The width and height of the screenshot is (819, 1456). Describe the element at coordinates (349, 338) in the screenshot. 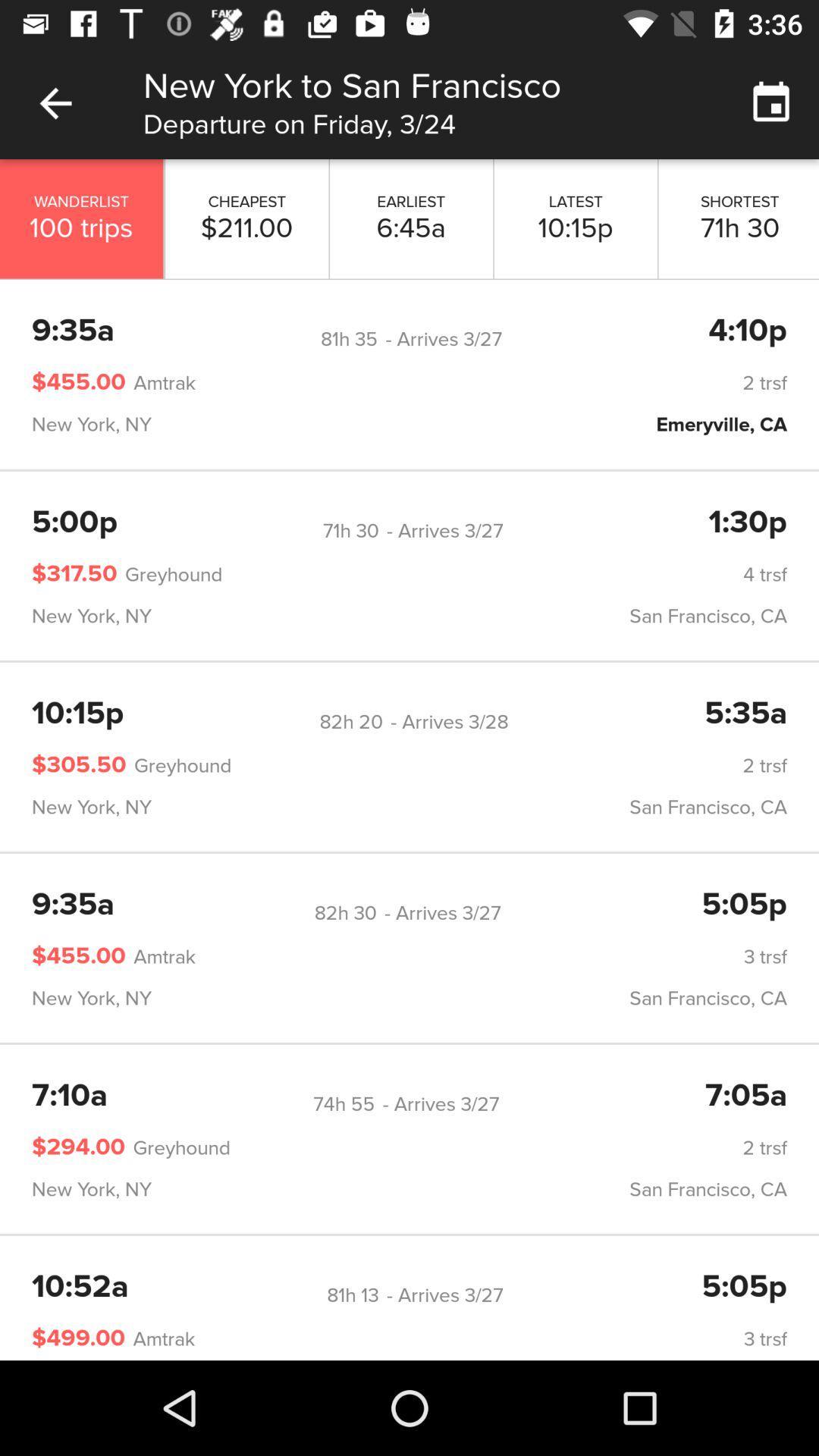

I see `the 81h 35 icon` at that location.